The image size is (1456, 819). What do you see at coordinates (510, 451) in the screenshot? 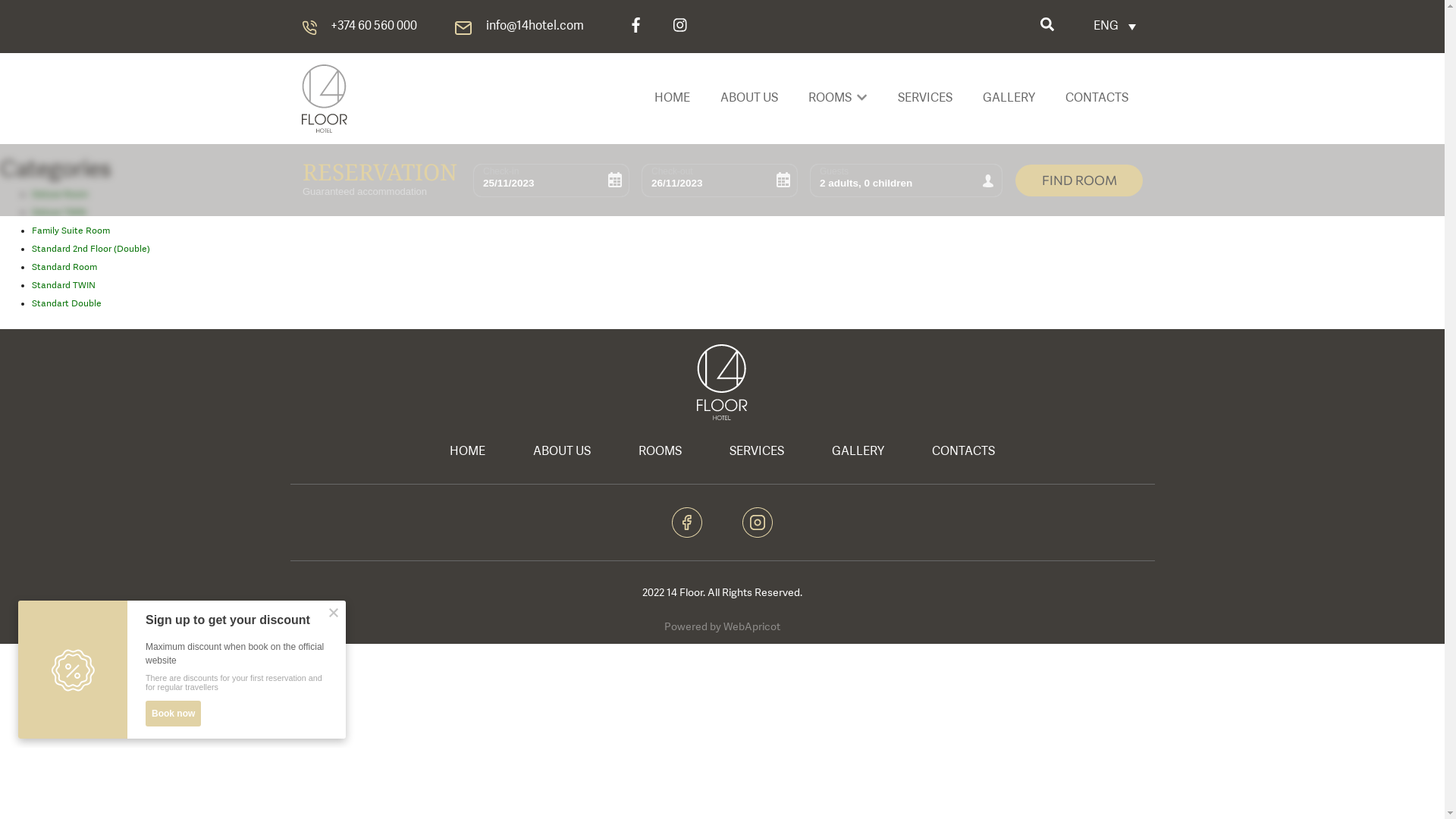
I see `'ABOUT US'` at bounding box center [510, 451].